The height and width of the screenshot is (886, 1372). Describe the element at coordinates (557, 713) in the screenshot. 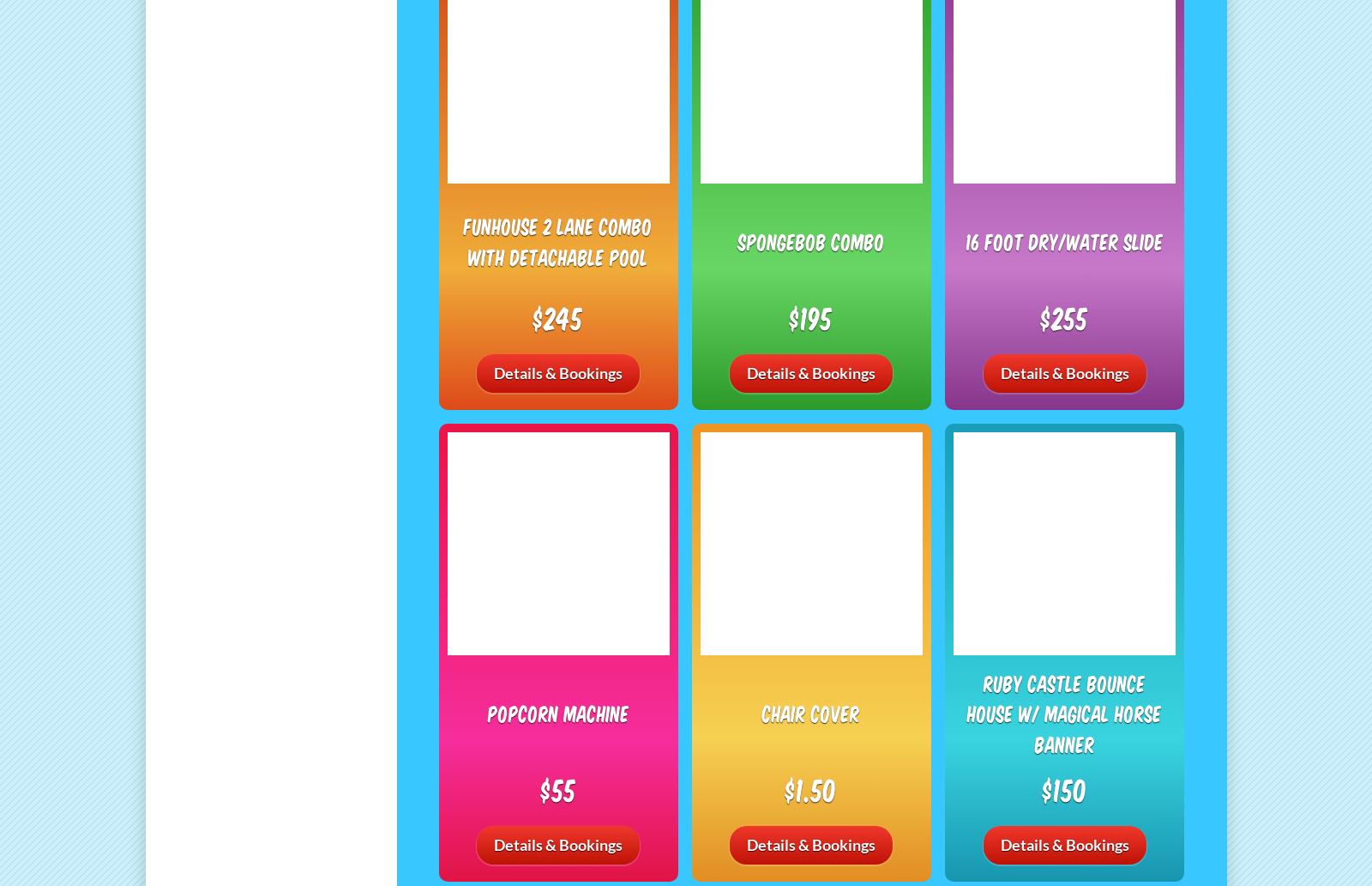

I see `'Popcorn Machine'` at that location.